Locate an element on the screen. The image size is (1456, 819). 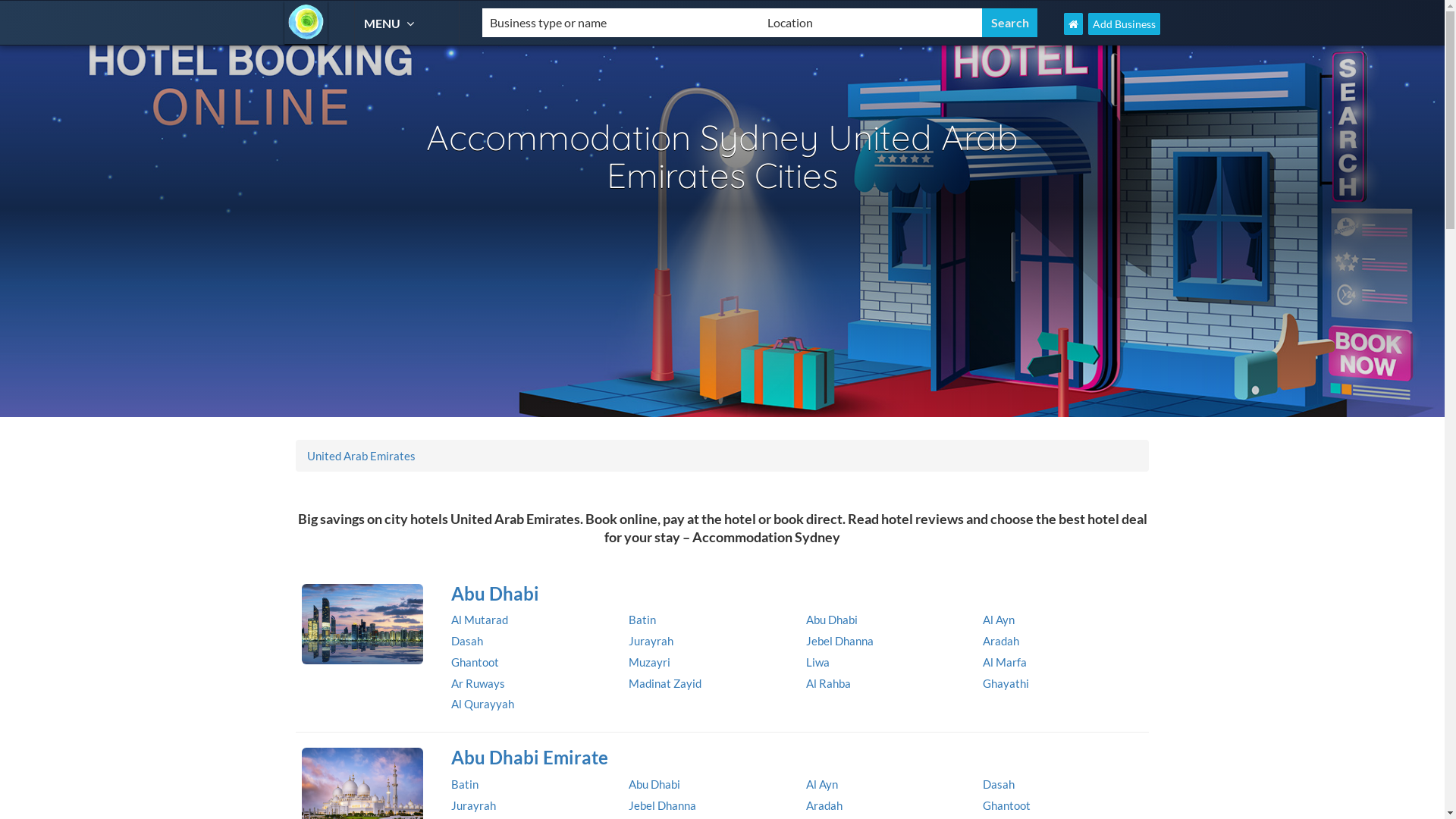
'Batin' is located at coordinates (642, 620).